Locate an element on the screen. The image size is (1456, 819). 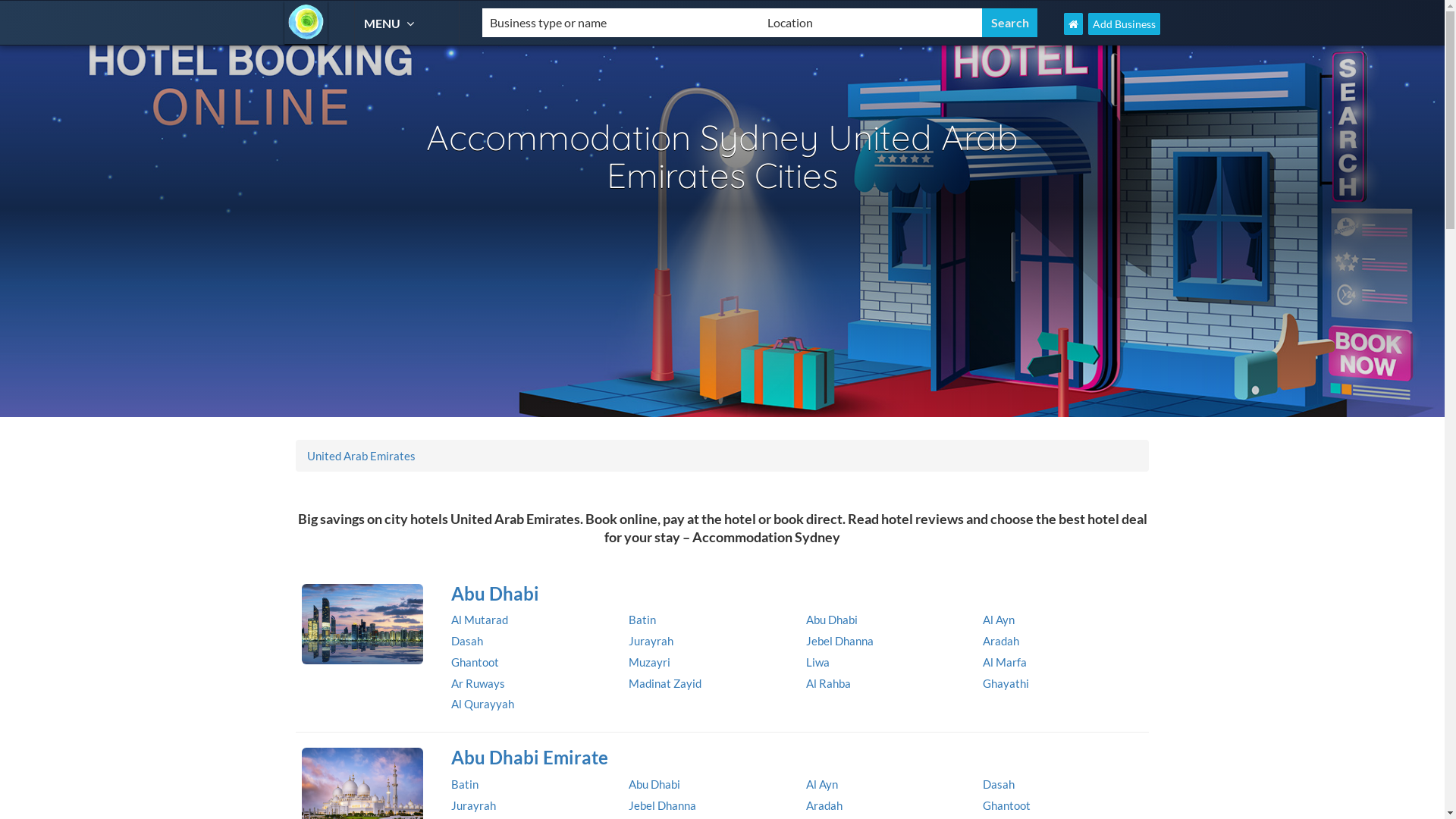
'Batin' is located at coordinates (642, 620).